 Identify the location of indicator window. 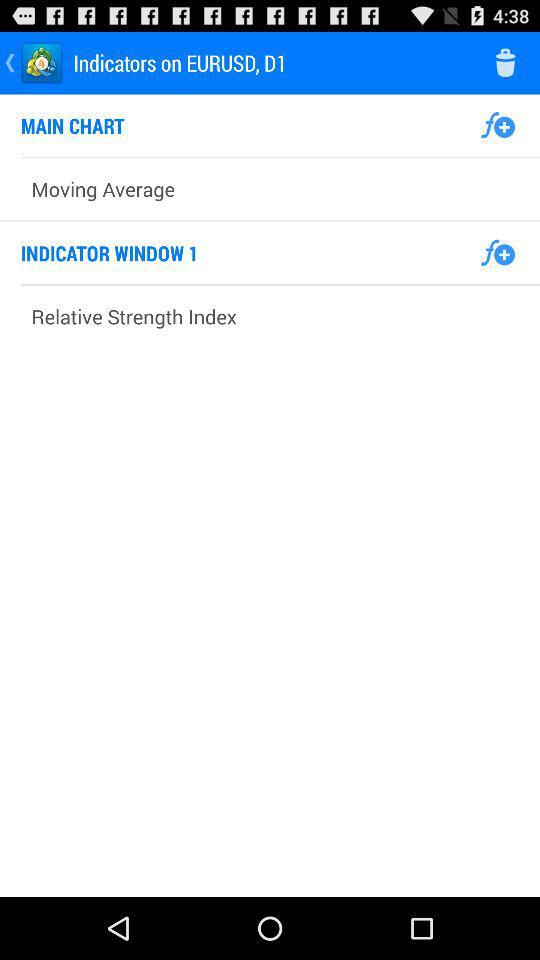
(496, 252).